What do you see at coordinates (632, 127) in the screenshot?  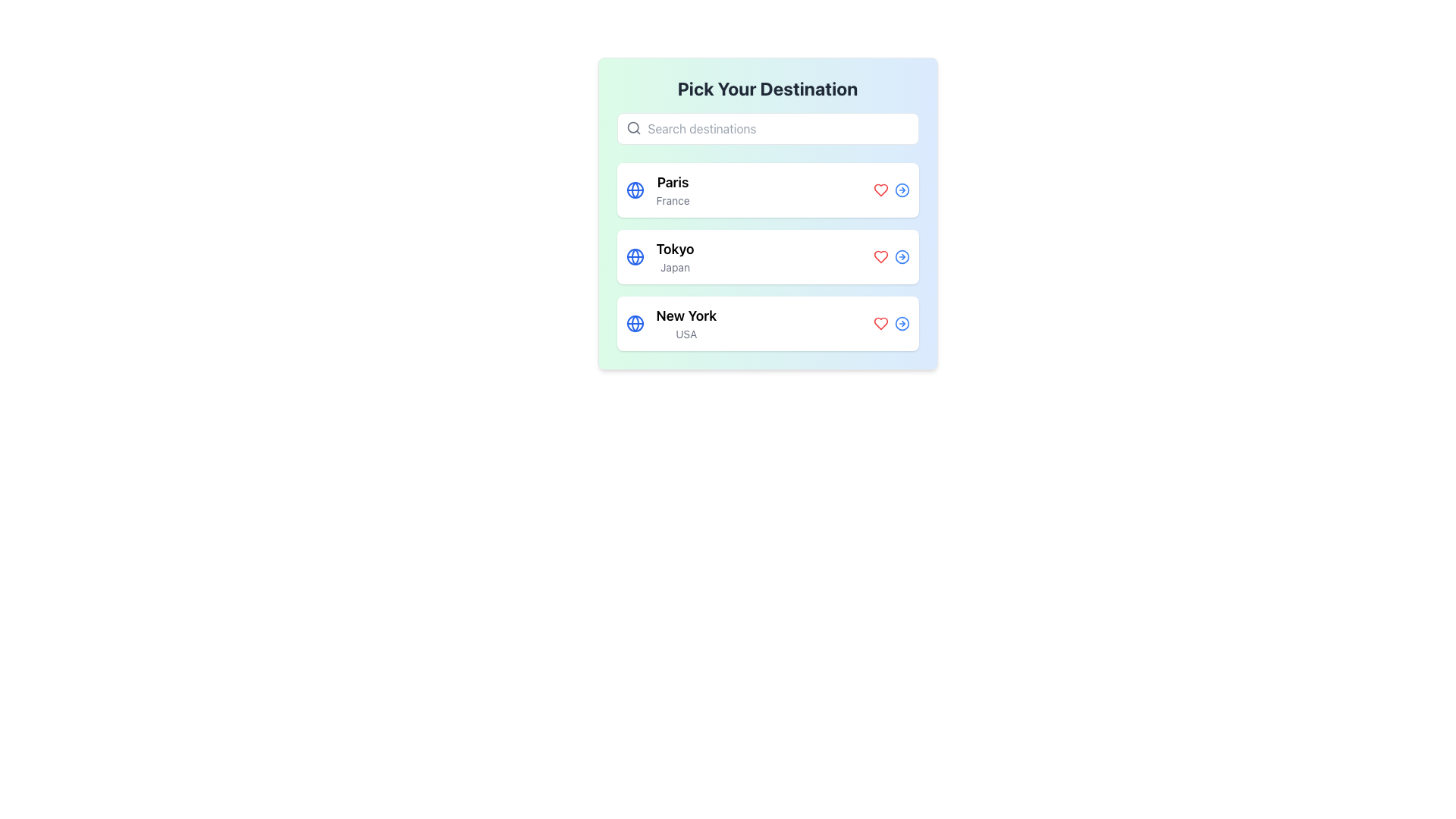 I see `the circular shape within the magnifying glass icon of the search bar located near the top of the widget` at bounding box center [632, 127].